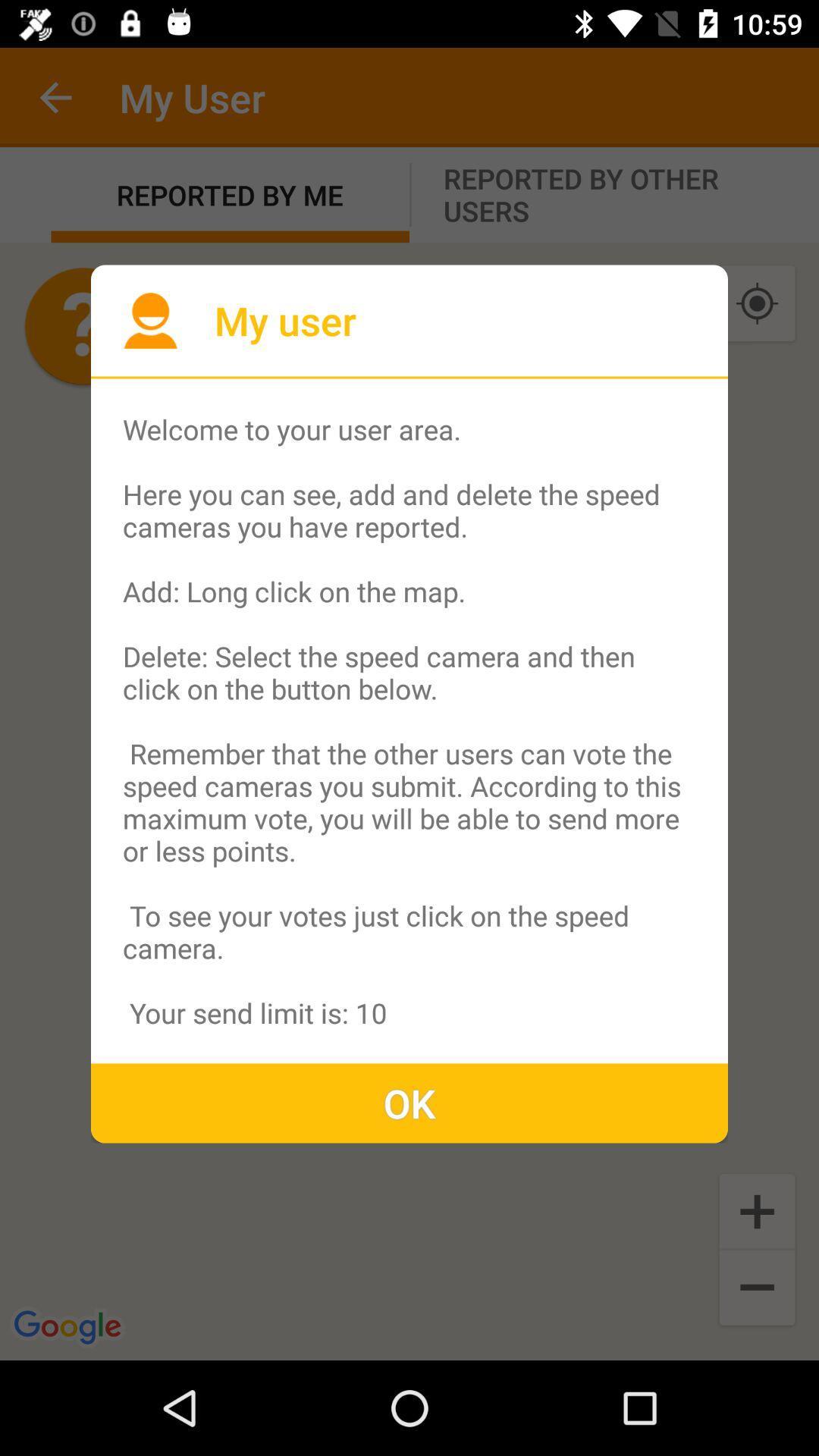 This screenshot has height=1456, width=819. I want to click on the ok, so click(409, 1103).